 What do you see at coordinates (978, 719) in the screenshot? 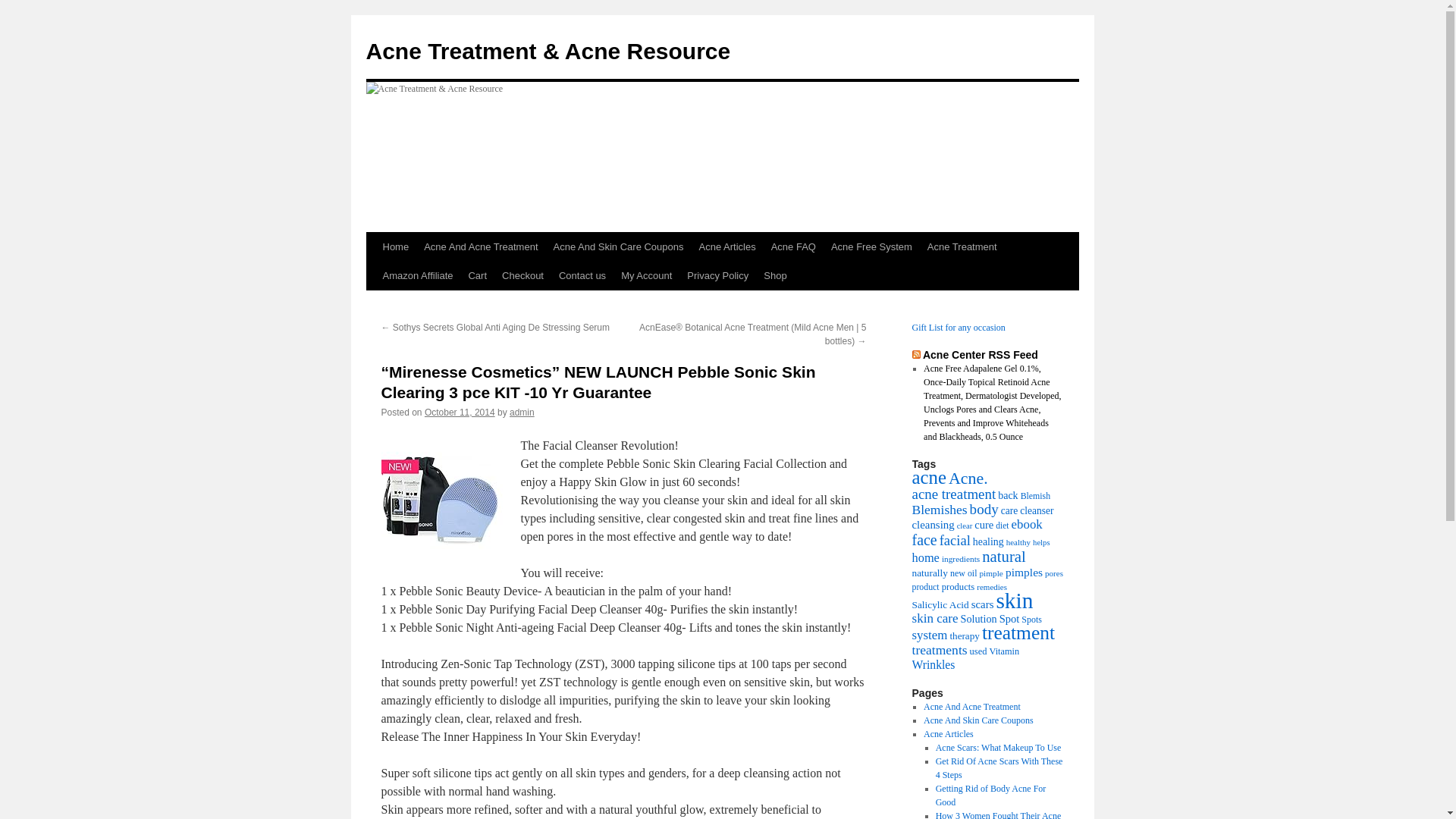
I see `'Acne And Skin Care Coupons'` at bounding box center [978, 719].